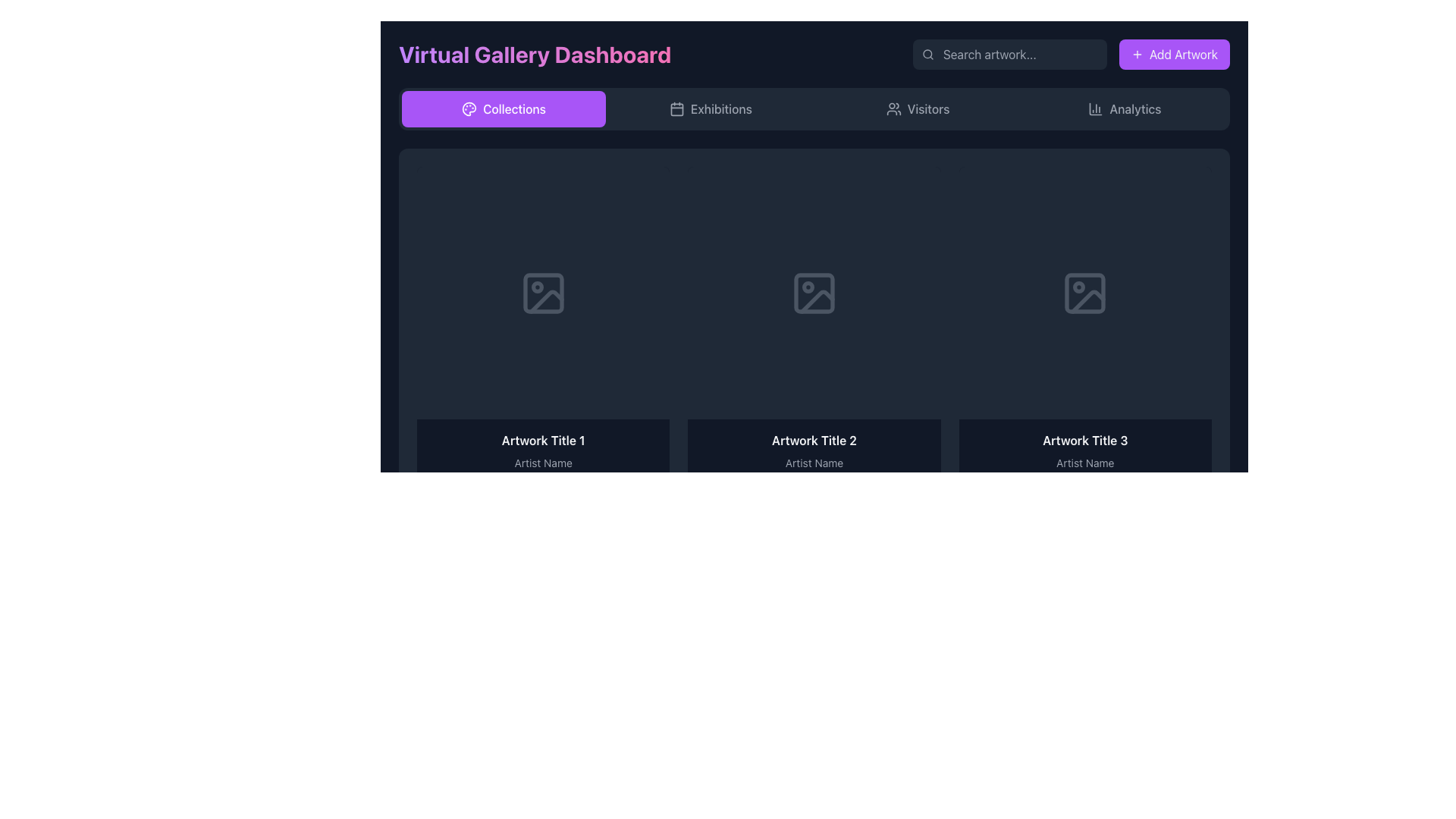 This screenshot has width=1456, height=819. I want to click on the non-interactive Icon component, which is a small rectangle with rounded corners, styled in dark color and located inside an image-like icon in the grid layout, so click(1084, 293).